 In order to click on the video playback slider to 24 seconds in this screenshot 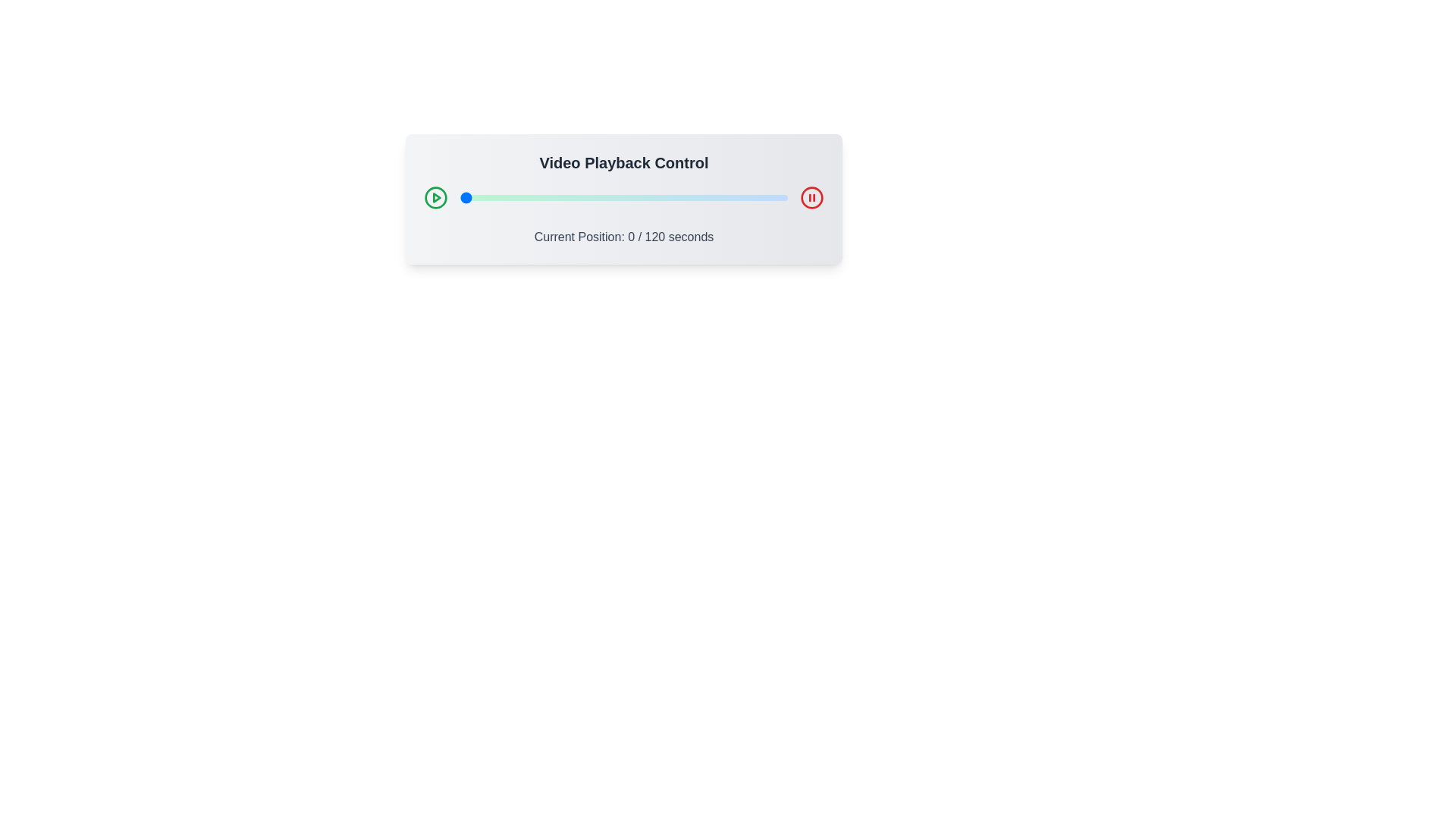, I will do `click(526, 197)`.